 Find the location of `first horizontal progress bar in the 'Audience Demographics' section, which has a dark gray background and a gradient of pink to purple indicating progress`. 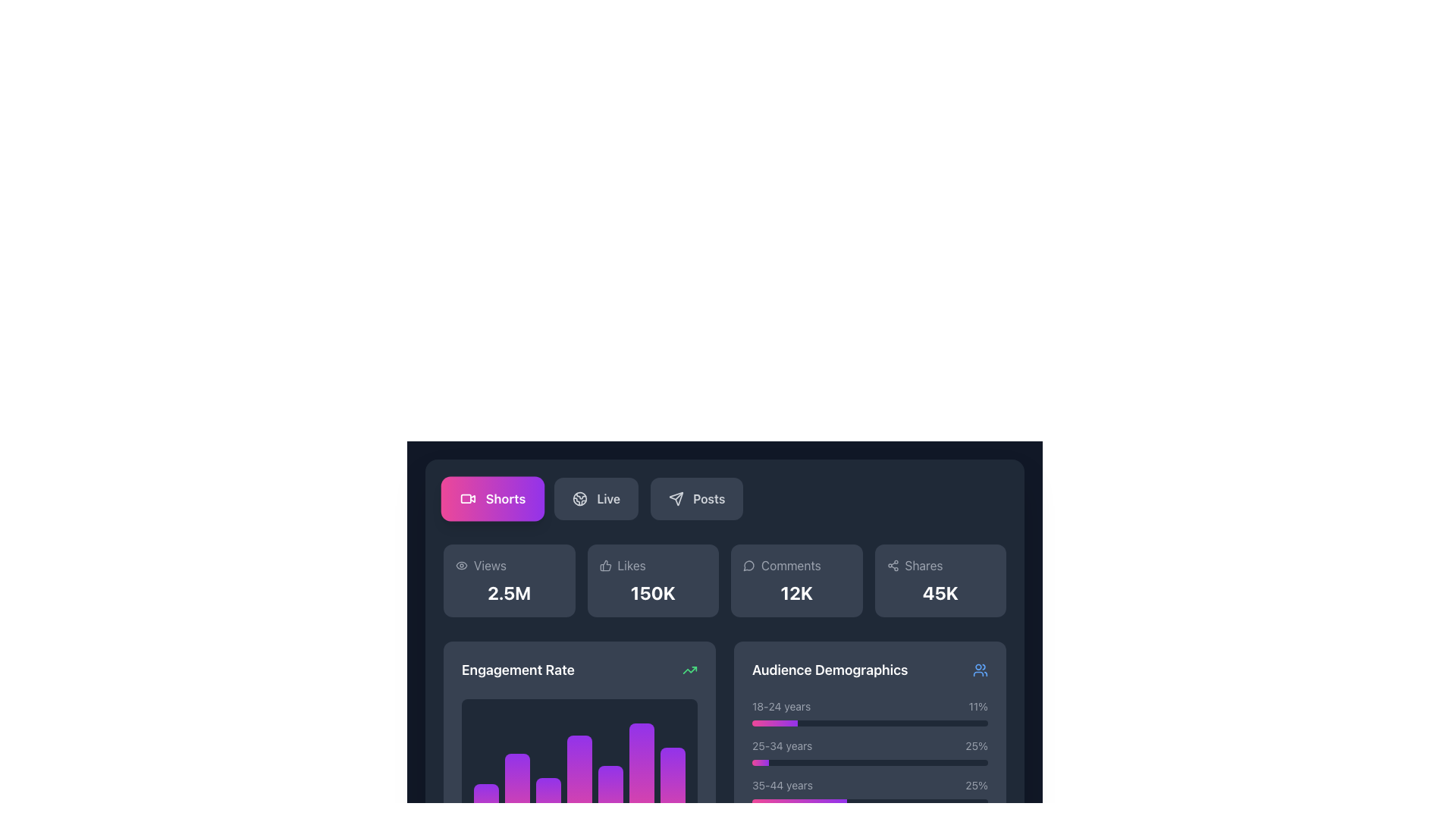

first horizontal progress bar in the 'Audience Demographics' section, which has a dark gray background and a gradient of pink to purple indicating progress is located at coordinates (870, 722).